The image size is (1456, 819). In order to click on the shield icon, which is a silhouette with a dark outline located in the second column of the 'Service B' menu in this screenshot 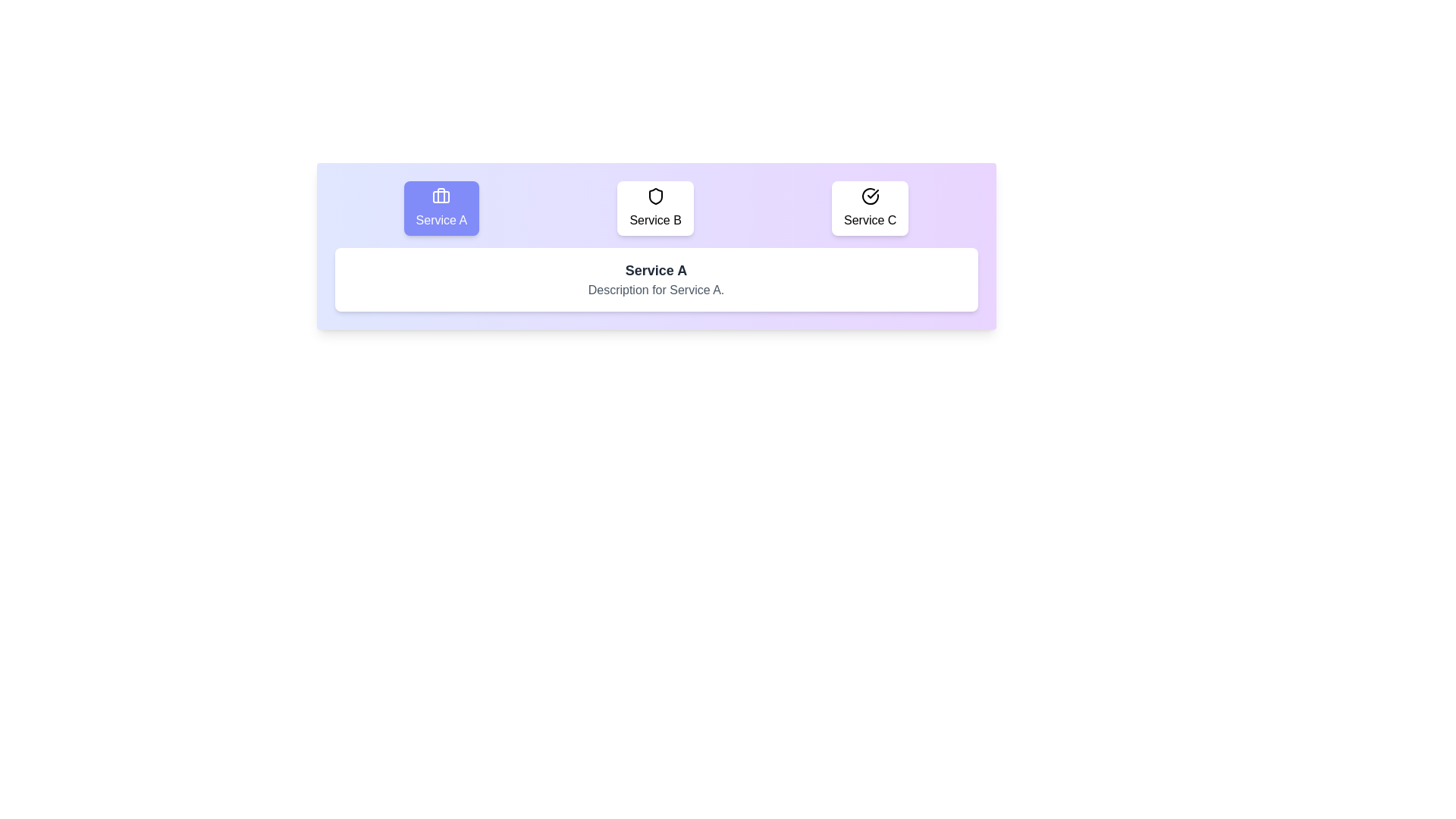, I will do `click(655, 195)`.